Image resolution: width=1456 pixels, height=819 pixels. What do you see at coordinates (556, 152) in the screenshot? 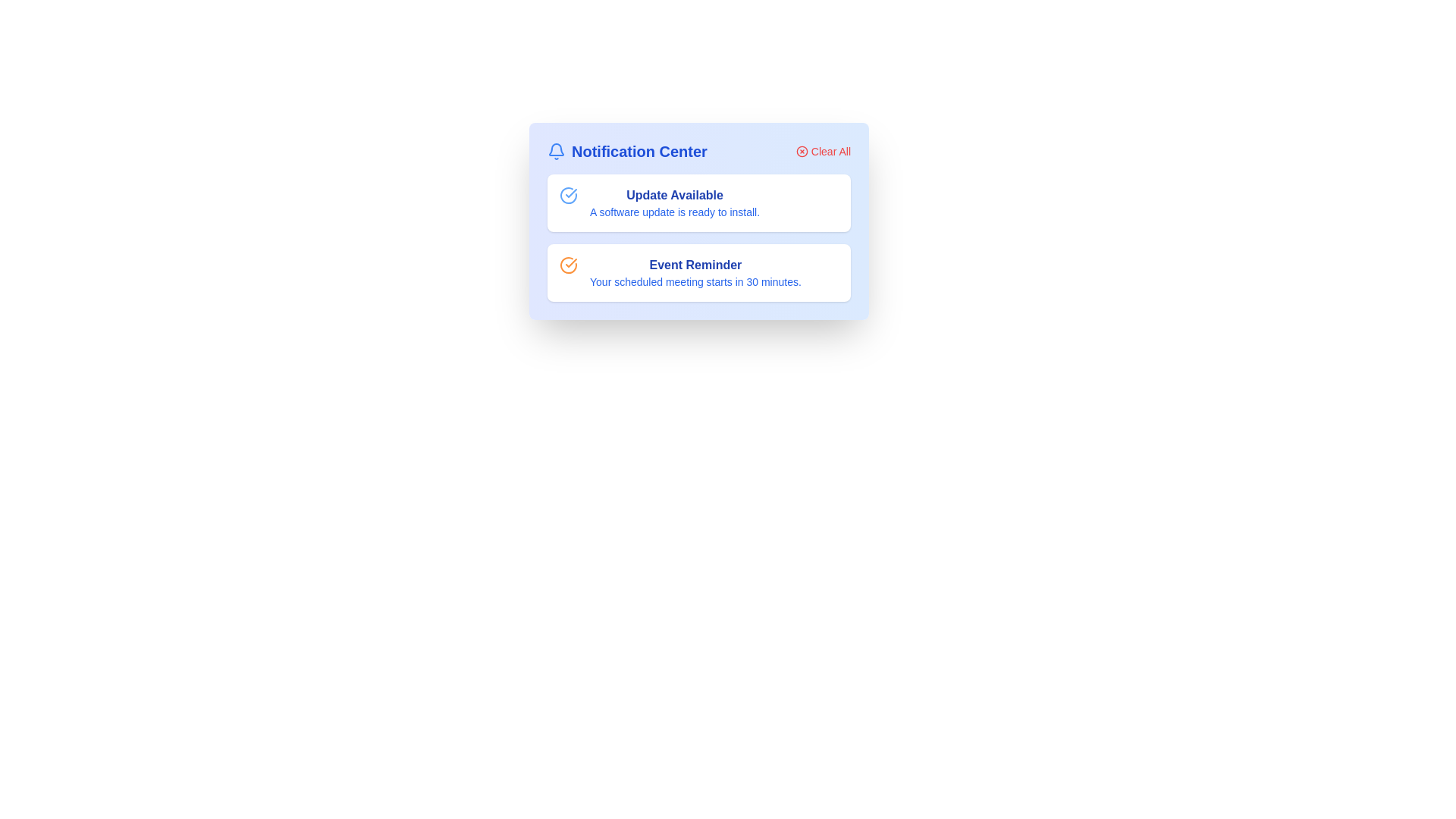
I see `the notification icon located to the immediate left of the 'Notification Center' title in the header area, to gather information about its visual representation and functionality` at bounding box center [556, 152].